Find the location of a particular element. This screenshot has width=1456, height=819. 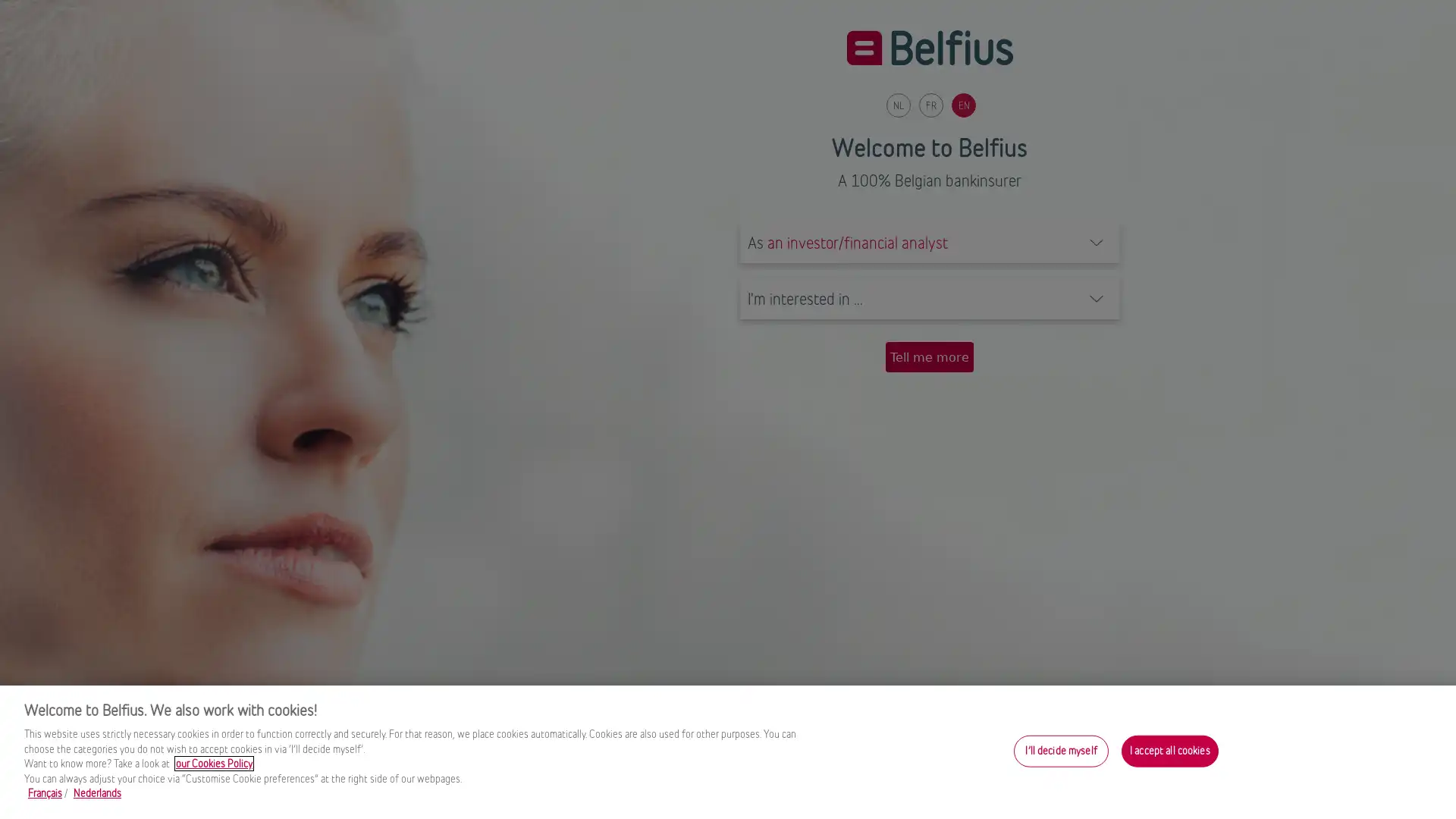

Tell me more is located at coordinates (928, 356).